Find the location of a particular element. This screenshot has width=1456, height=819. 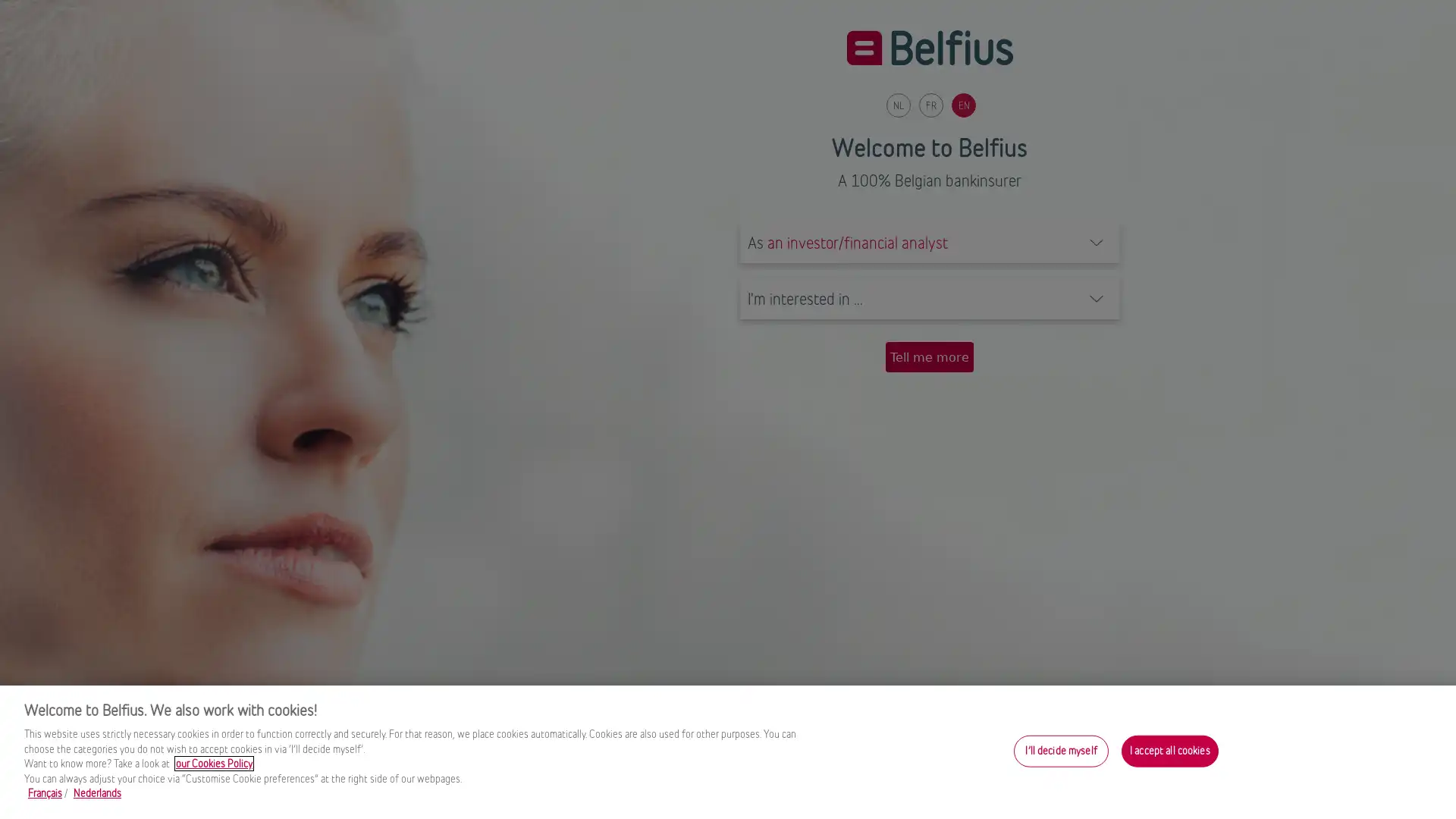

Tell me more is located at coordinates (928, 356).